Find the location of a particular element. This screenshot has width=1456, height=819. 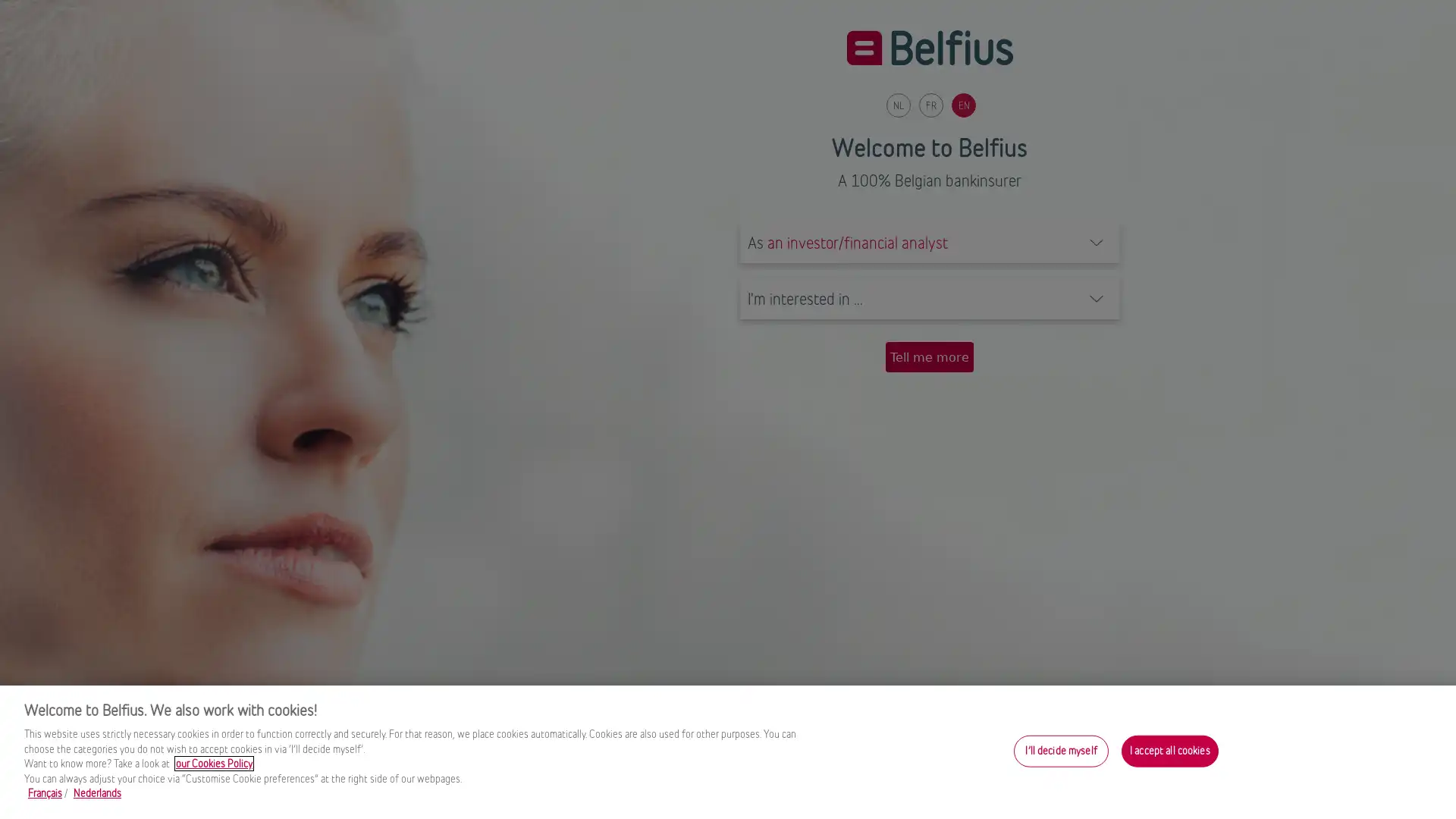

Tell me more is located at coordinates (928, 356).